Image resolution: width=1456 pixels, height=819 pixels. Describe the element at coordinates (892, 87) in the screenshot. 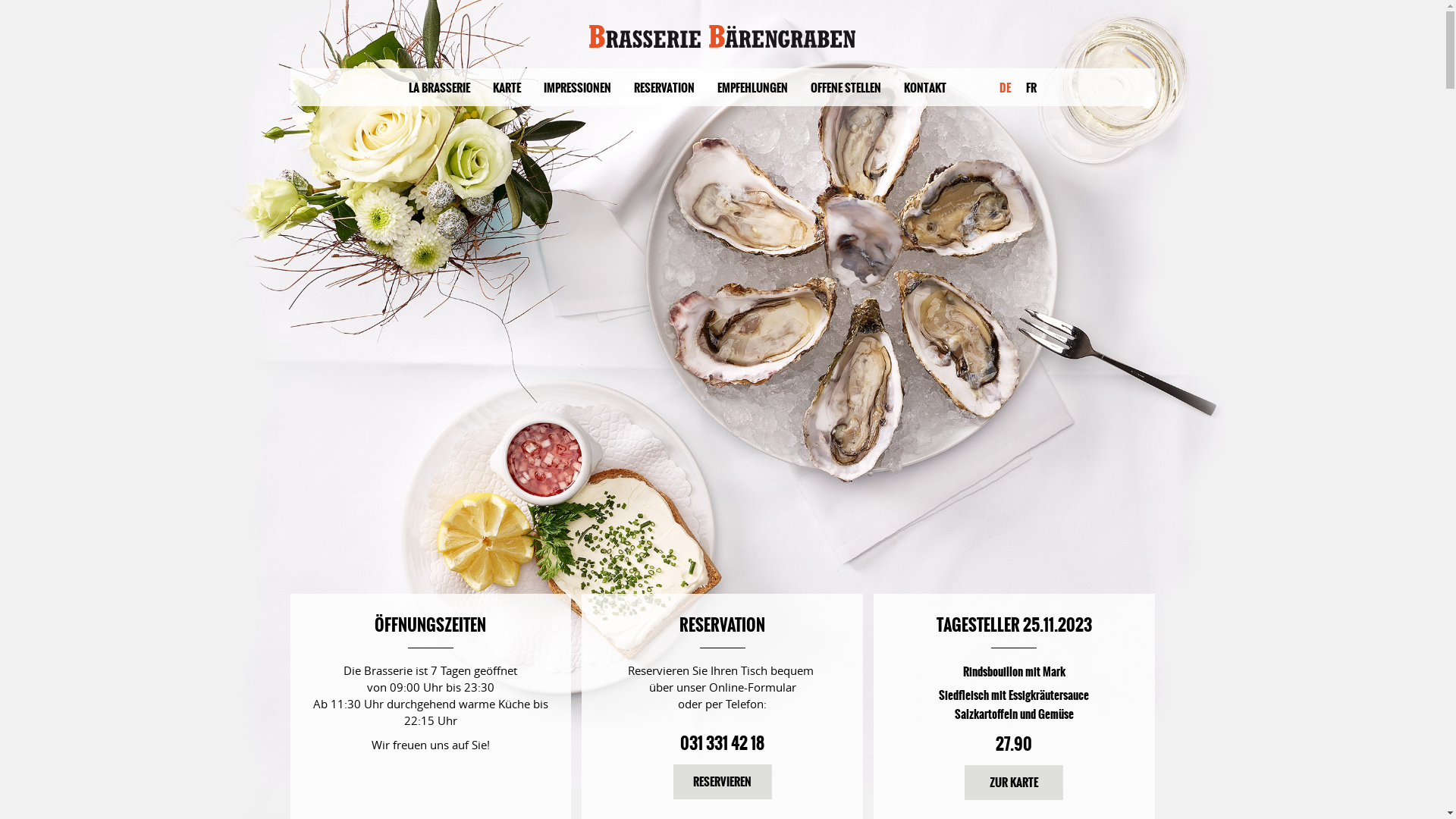

I see `'KONTAKT'` at that location.